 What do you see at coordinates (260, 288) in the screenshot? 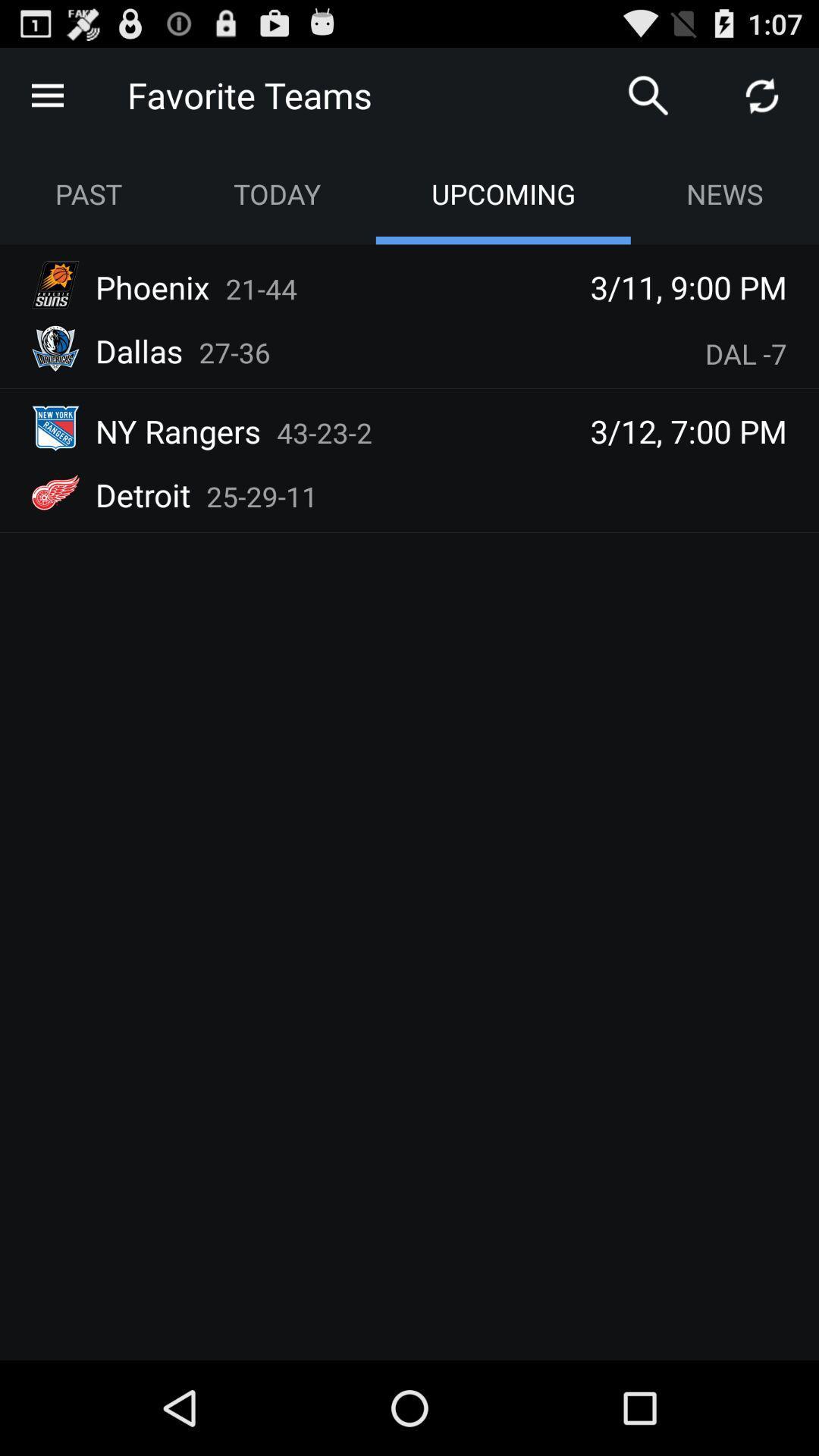
I see `the app above 27-36 icon` at bounding box center [260, 288].